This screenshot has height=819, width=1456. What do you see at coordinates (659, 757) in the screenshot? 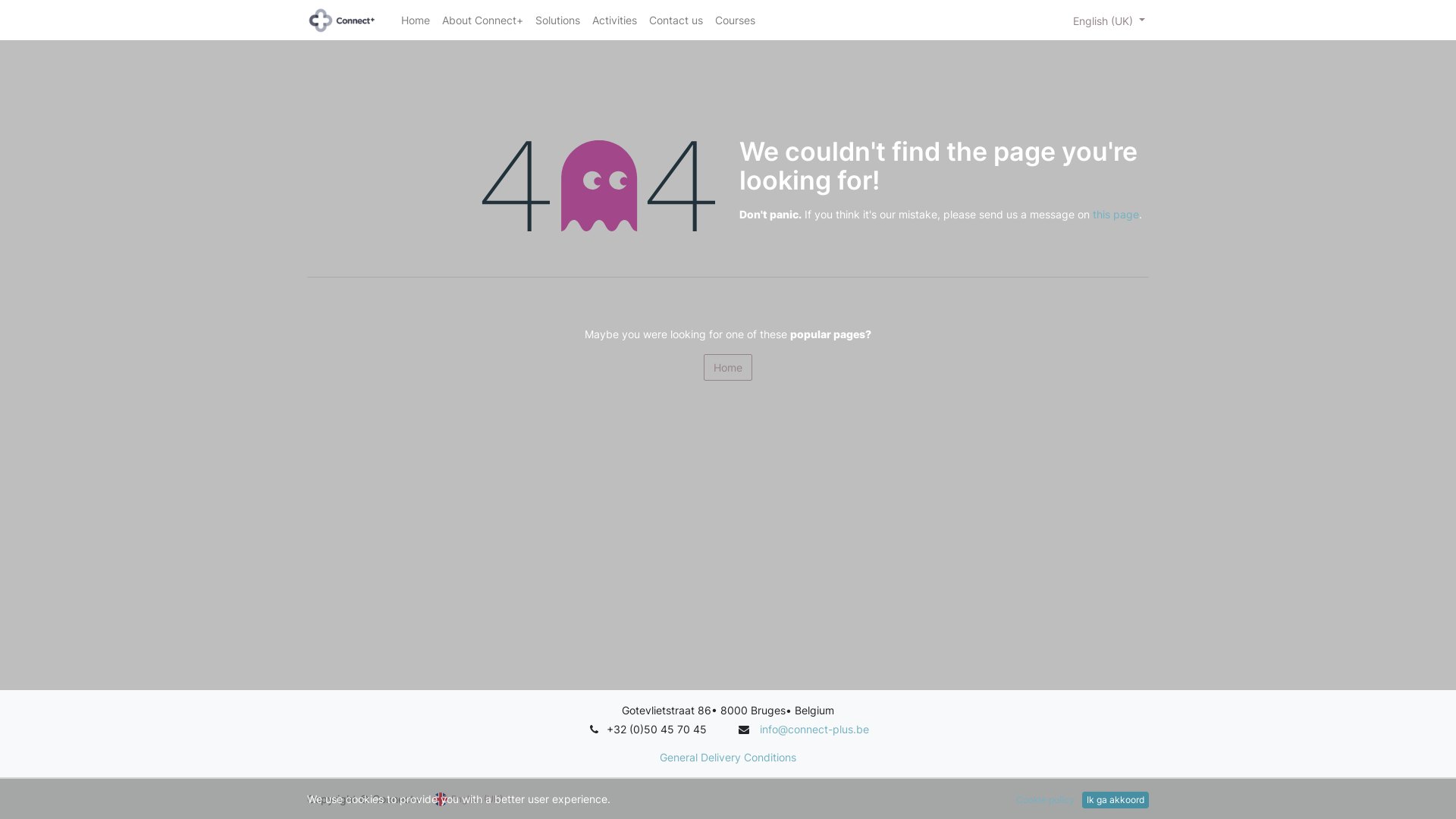
I see `'General Delivery Conditions'` at bounding box center [659, 757].